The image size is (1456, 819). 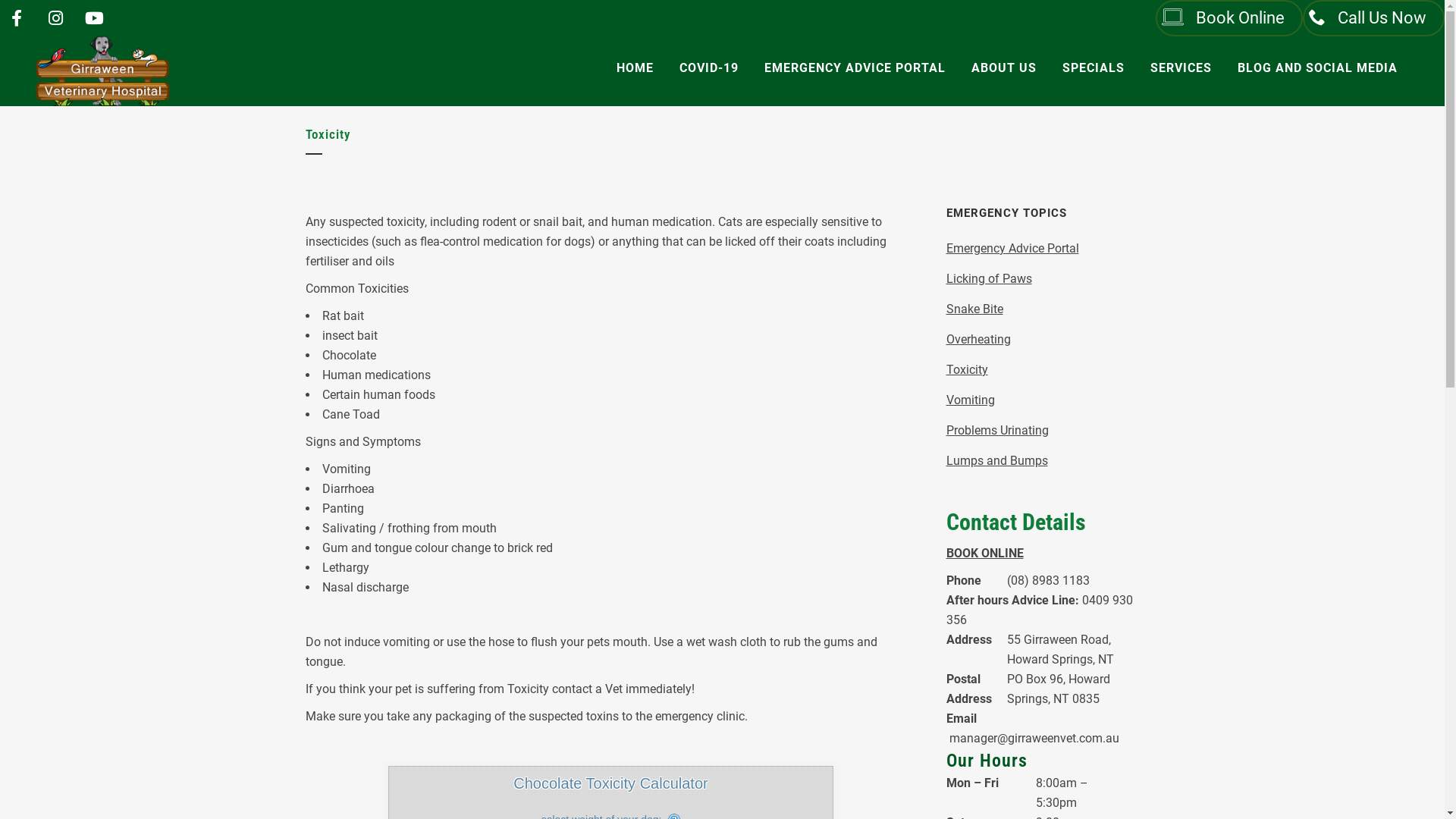 I want to click on 'SERVICES', so click(x=1180, y=67).